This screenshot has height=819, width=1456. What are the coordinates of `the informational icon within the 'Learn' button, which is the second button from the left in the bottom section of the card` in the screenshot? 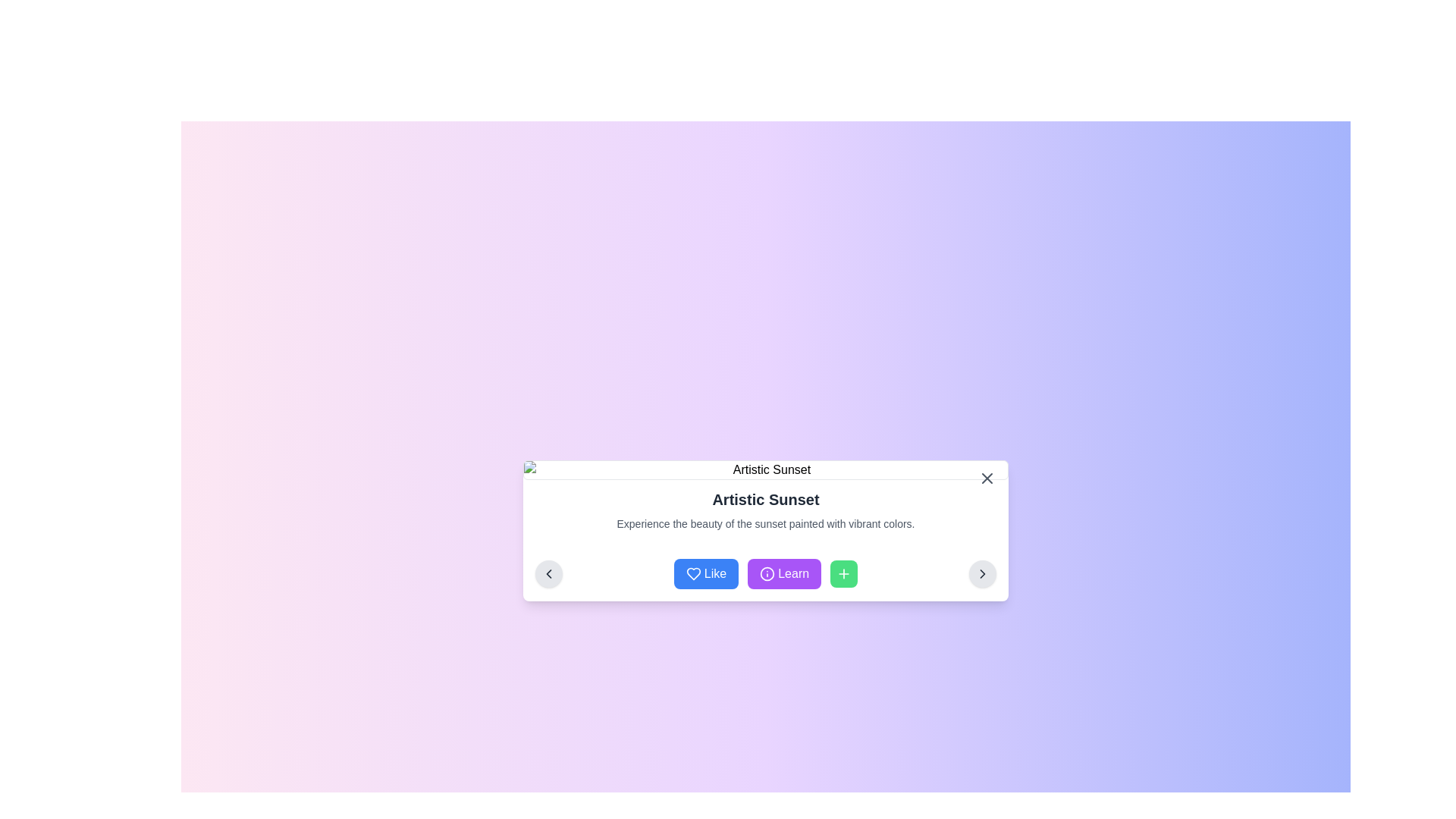 It's located at (767, 573).